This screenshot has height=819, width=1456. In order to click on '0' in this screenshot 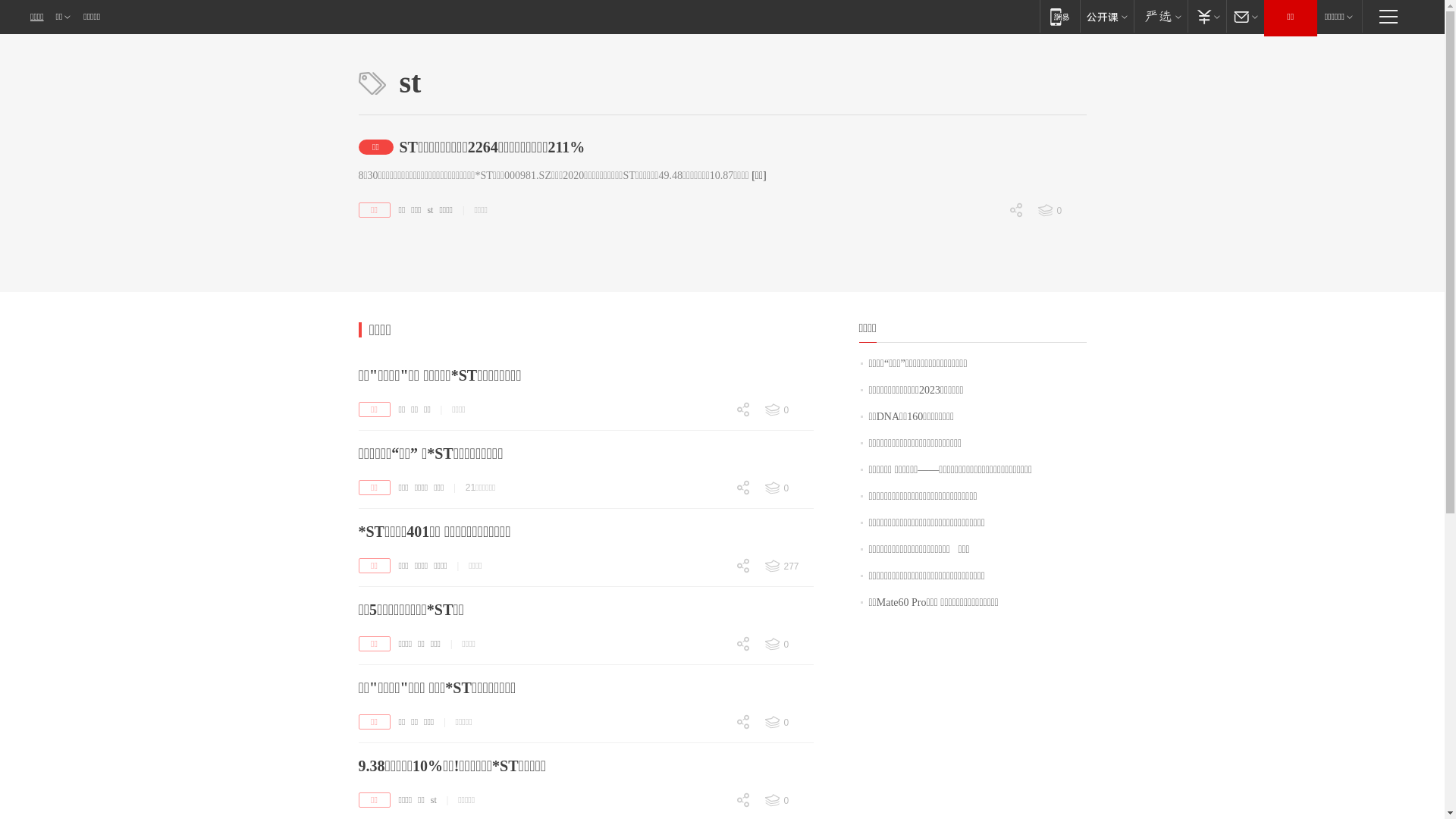, I will do `click(986, 315)`.